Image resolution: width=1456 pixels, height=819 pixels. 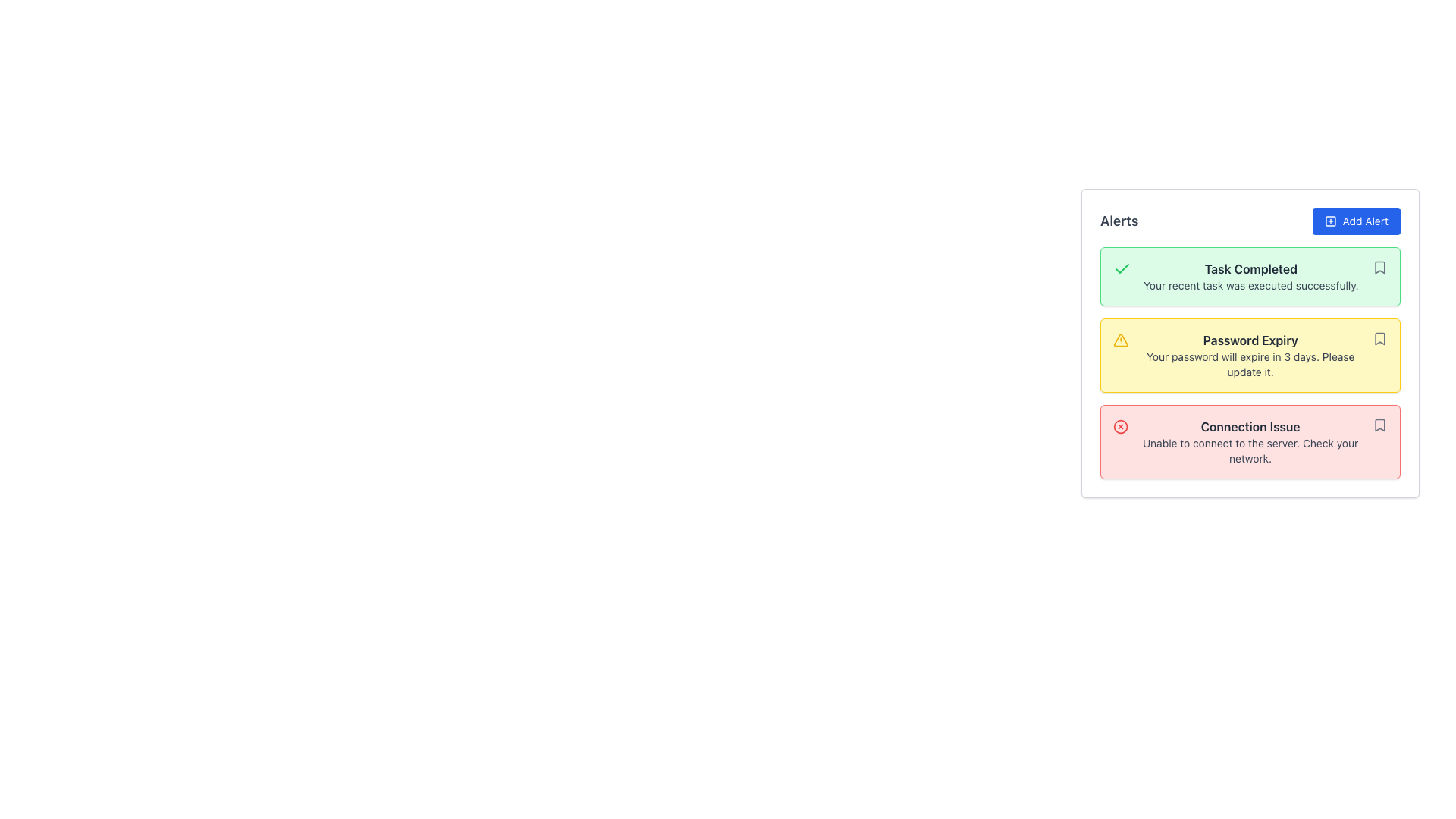 I want to click on the flag icon located on the right side of the 'Password Expiry' notification box, so click(x=1379, y=338).